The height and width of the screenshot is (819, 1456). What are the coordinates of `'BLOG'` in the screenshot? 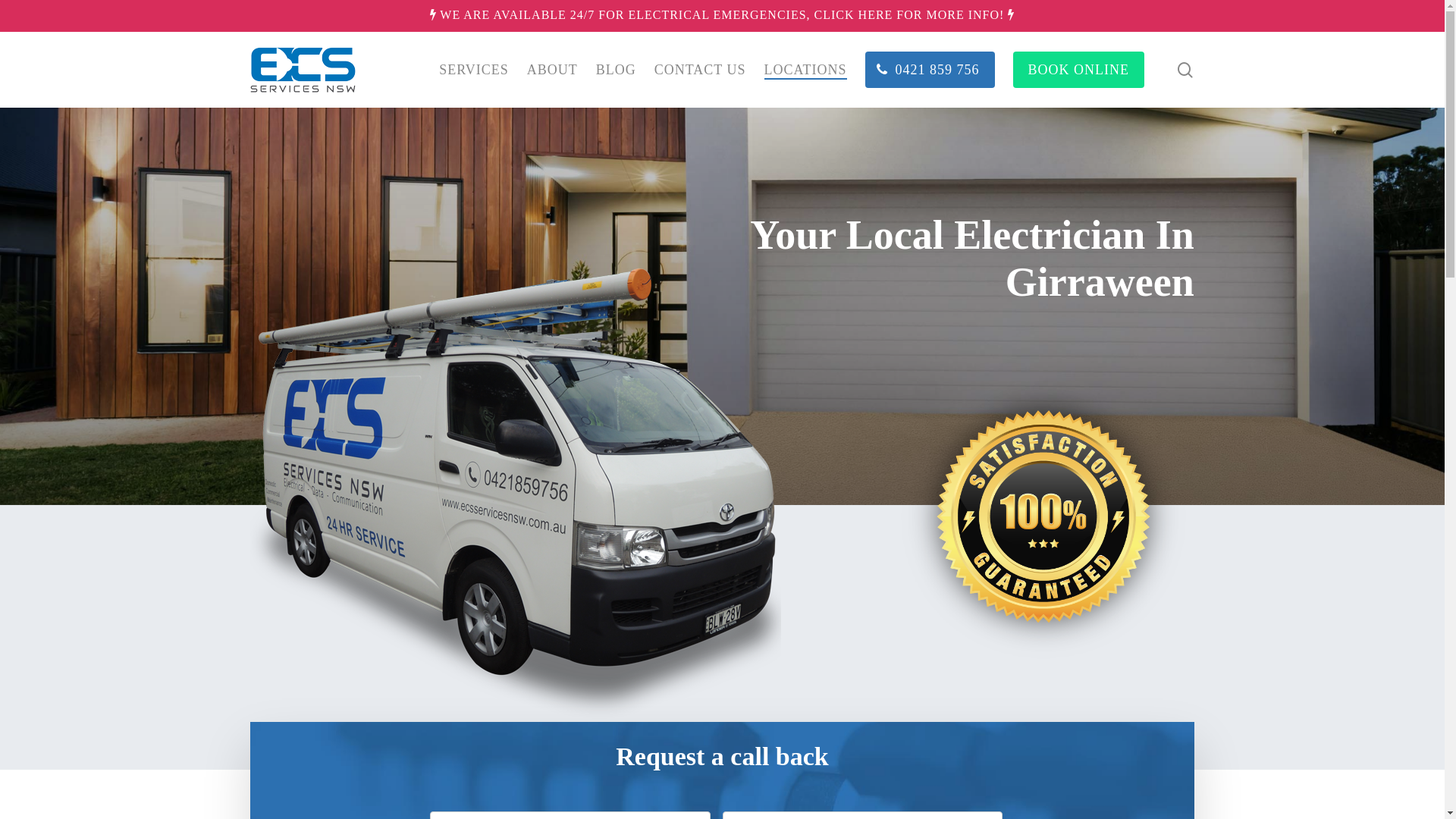 It's located at (616, 70).